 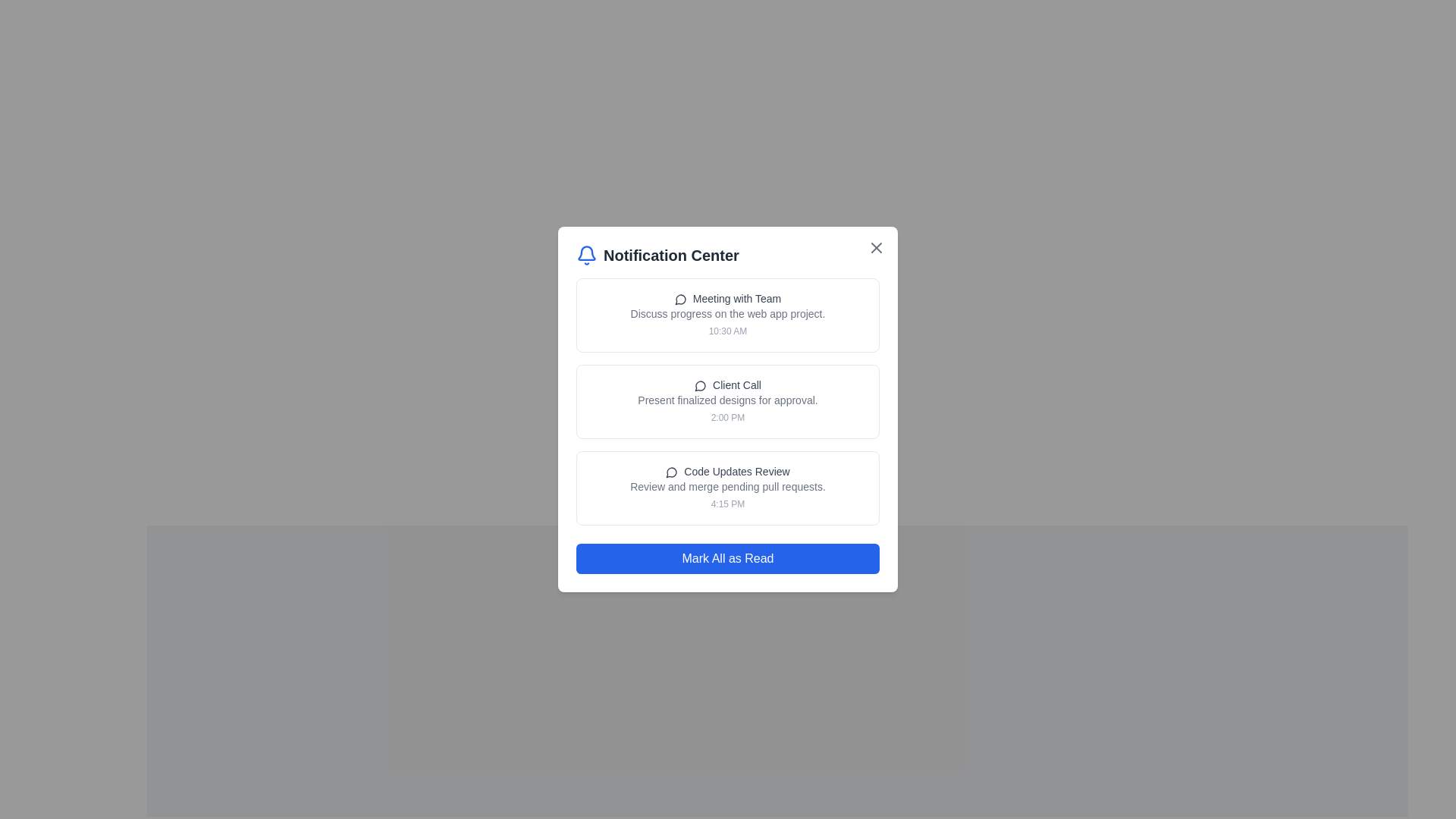 What do you see at coordinates (728, 504) in the screenshot?
I see `timestamp text label located at the bottom right corner of the notification card` at bounding box center [728, 504].